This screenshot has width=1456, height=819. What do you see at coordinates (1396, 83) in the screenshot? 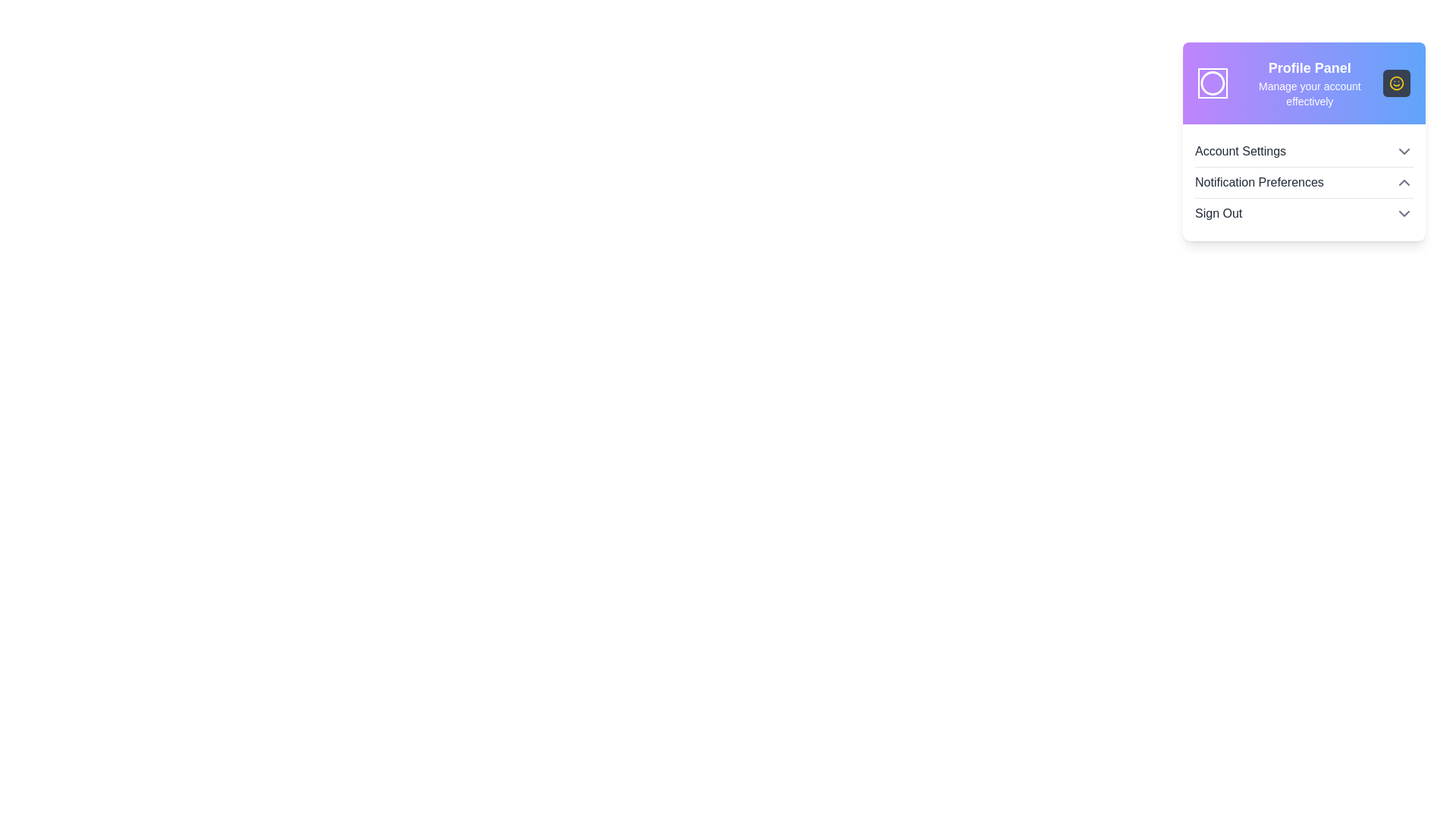
I see `the button located to the right of the 'Profile Panel Manage your account effectively' text in the purple header section to change its color` at bounding box center [1396, 83].